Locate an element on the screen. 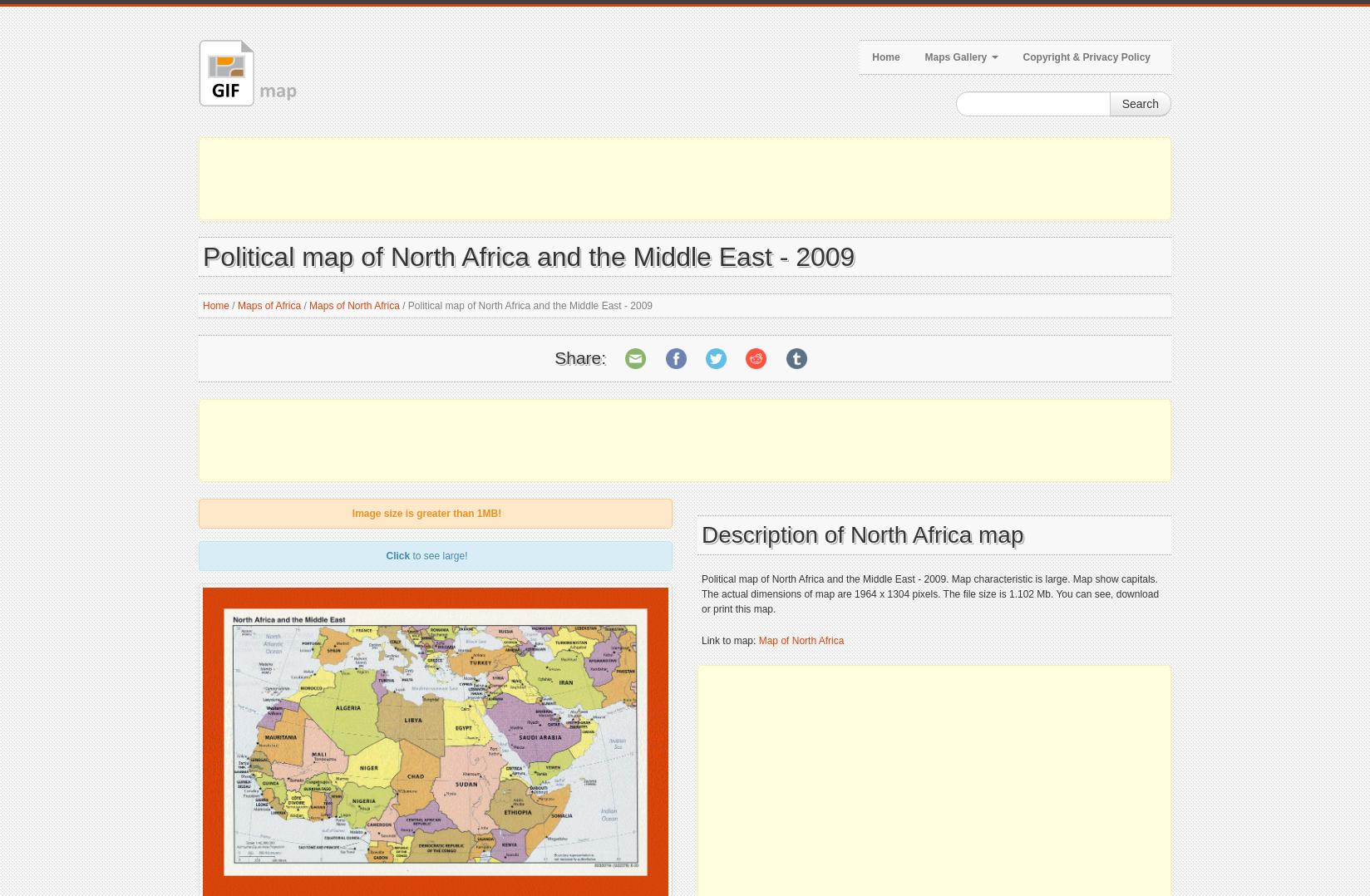 The width and height of the screenshot is (1370, 896). 'Image size is greater than 1MB!' is located at coordinates (426, 513).